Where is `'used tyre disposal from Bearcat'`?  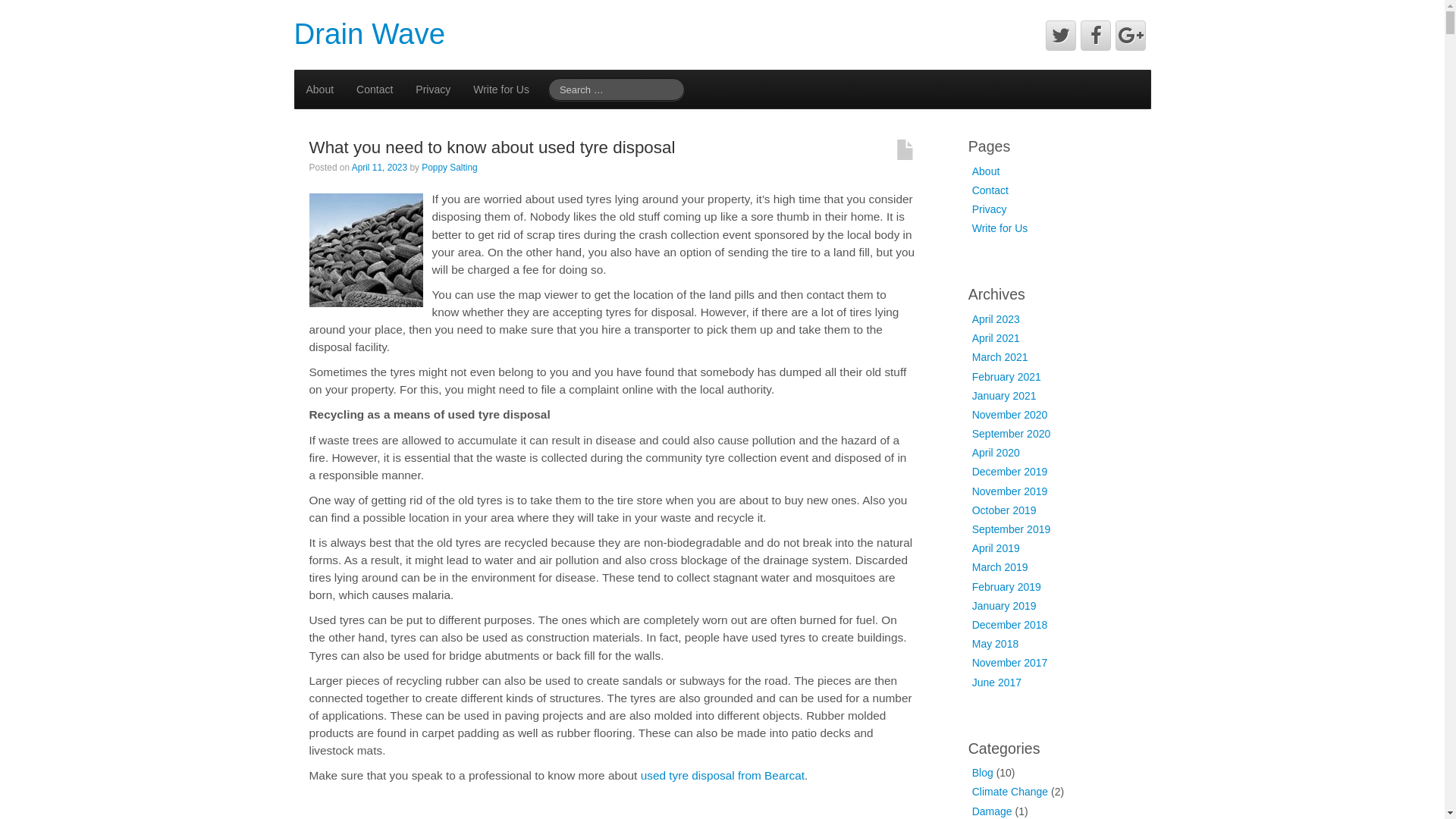 'used tyre disposal from Bearcat' is located at coordinates (640, 775).